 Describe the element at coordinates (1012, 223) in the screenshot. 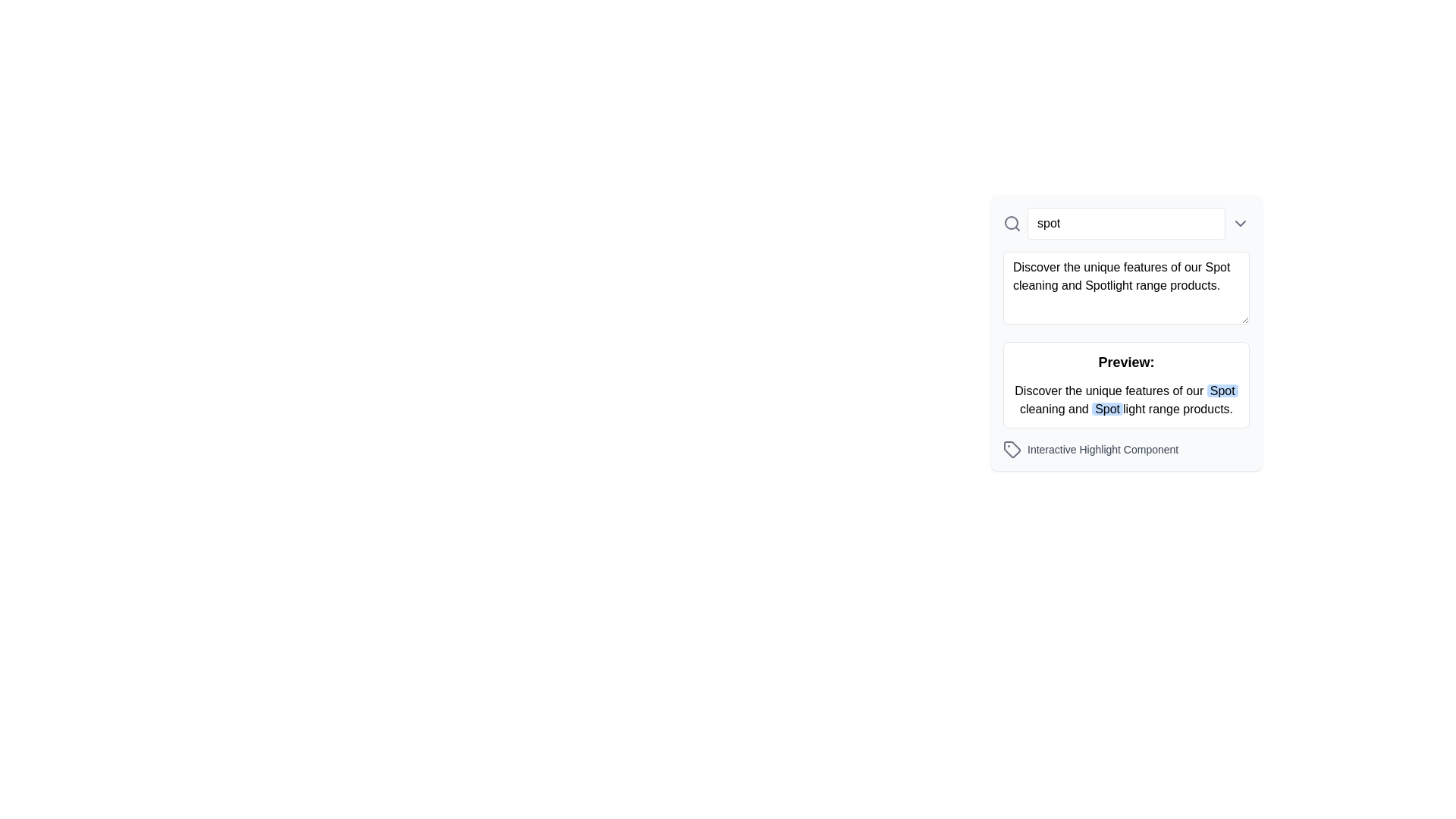

I see `the search icon located at the far left of the text input field labeled 'spot'` at that location.